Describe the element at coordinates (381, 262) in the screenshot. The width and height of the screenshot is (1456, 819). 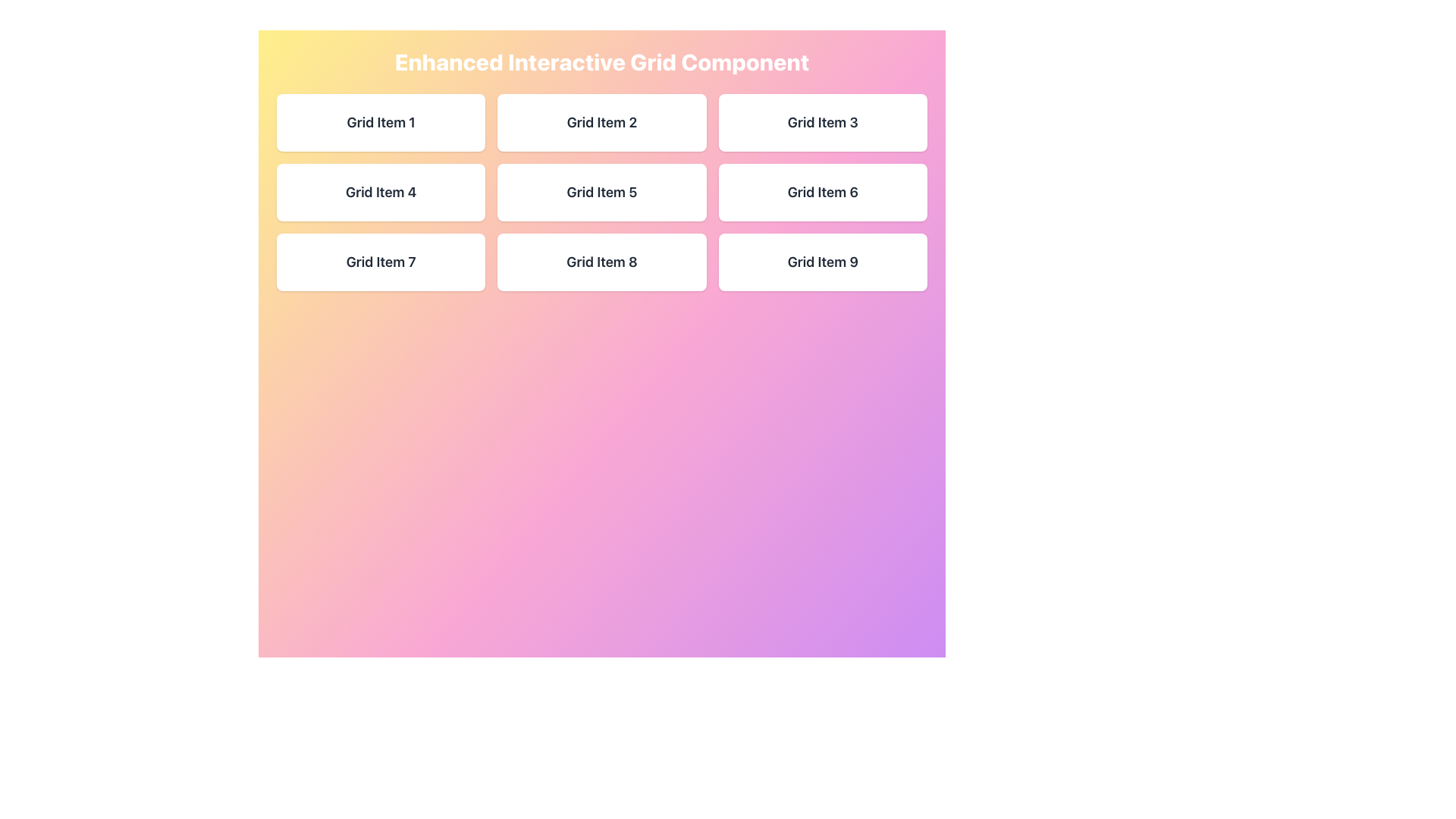
I see `the button labeled 'Grid Item 7', which is a white rectangular box with rounded corners and dark gray text` at that location.